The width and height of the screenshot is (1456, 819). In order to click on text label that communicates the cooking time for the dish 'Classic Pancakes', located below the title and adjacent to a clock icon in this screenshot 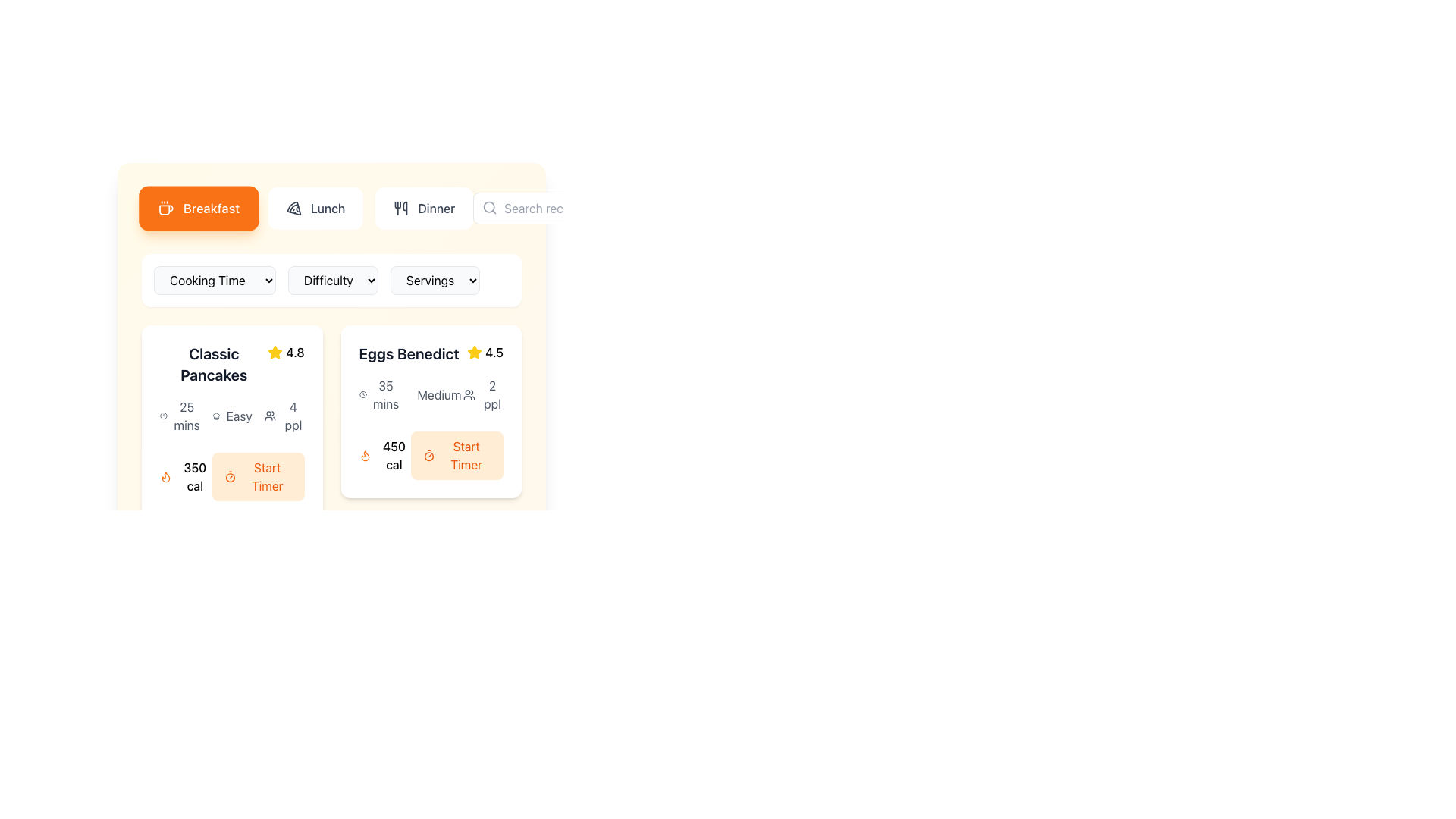, I will do `click(186, 416)`.